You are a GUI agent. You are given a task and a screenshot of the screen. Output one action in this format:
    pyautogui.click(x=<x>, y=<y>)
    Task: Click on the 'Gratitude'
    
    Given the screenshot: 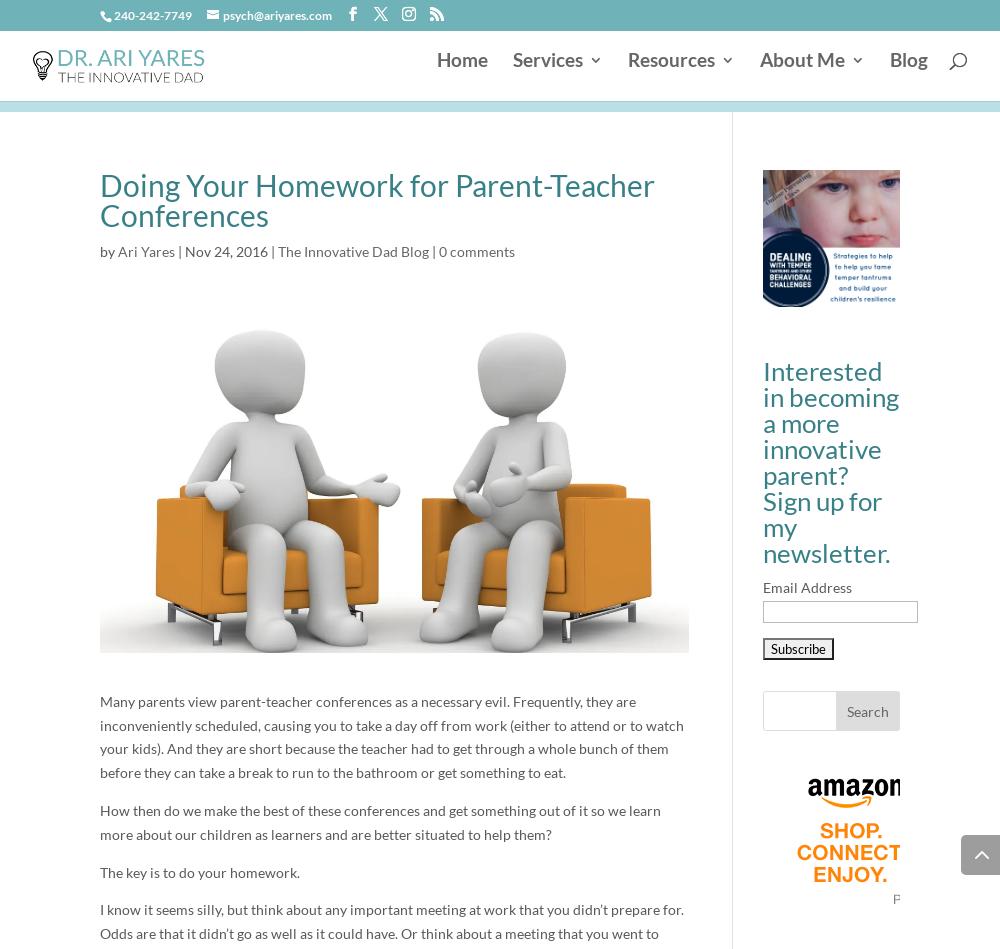 What is the action you would take?
    pyautogui.click(x=468, y=359)
    